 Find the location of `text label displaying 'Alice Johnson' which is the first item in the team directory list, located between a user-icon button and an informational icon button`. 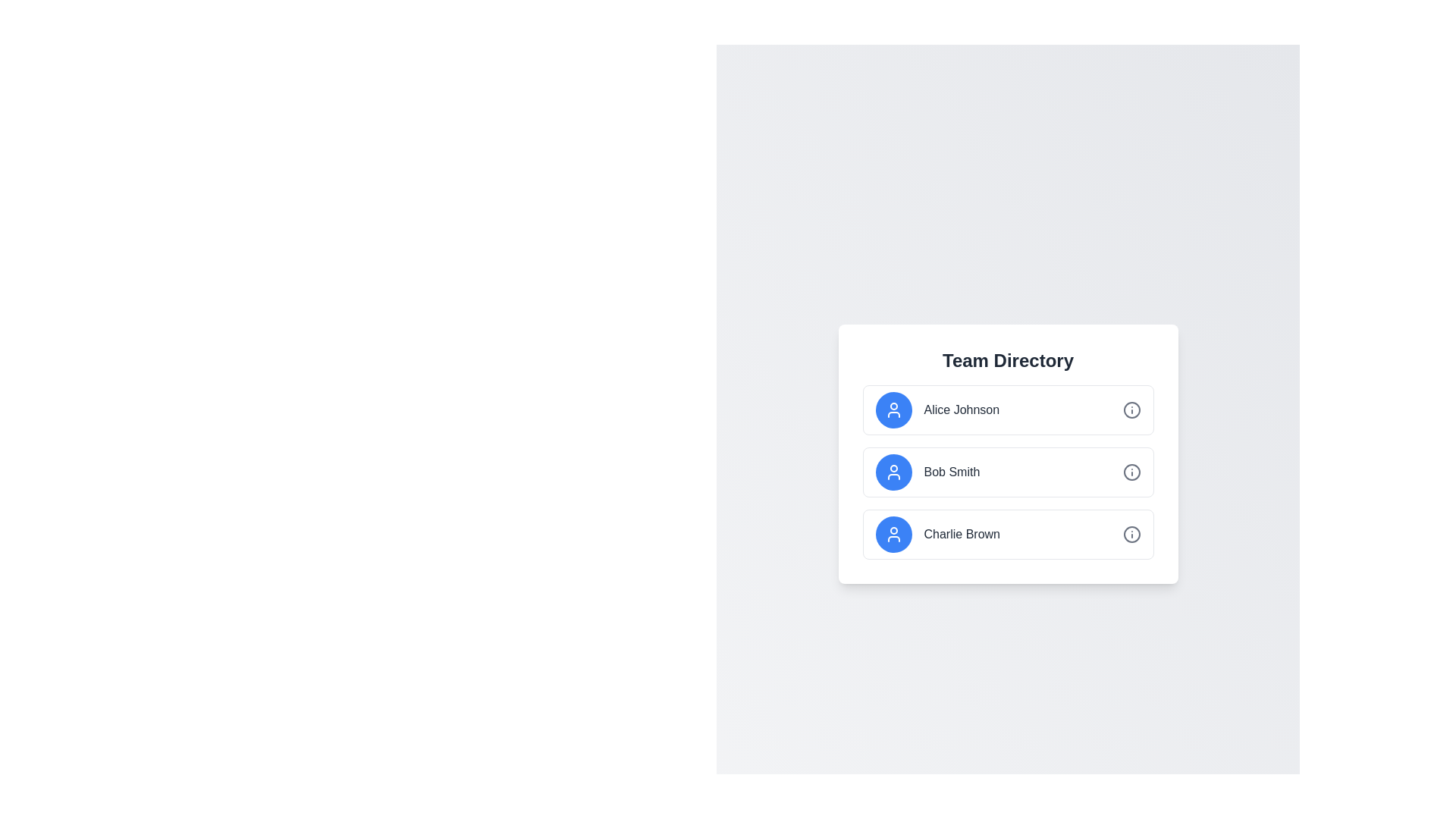

text label displaying 'Alice Johnson' which is the first item in the team directory list, located between a user-icon button and an informational icon button is located at coordinates (937, 409).